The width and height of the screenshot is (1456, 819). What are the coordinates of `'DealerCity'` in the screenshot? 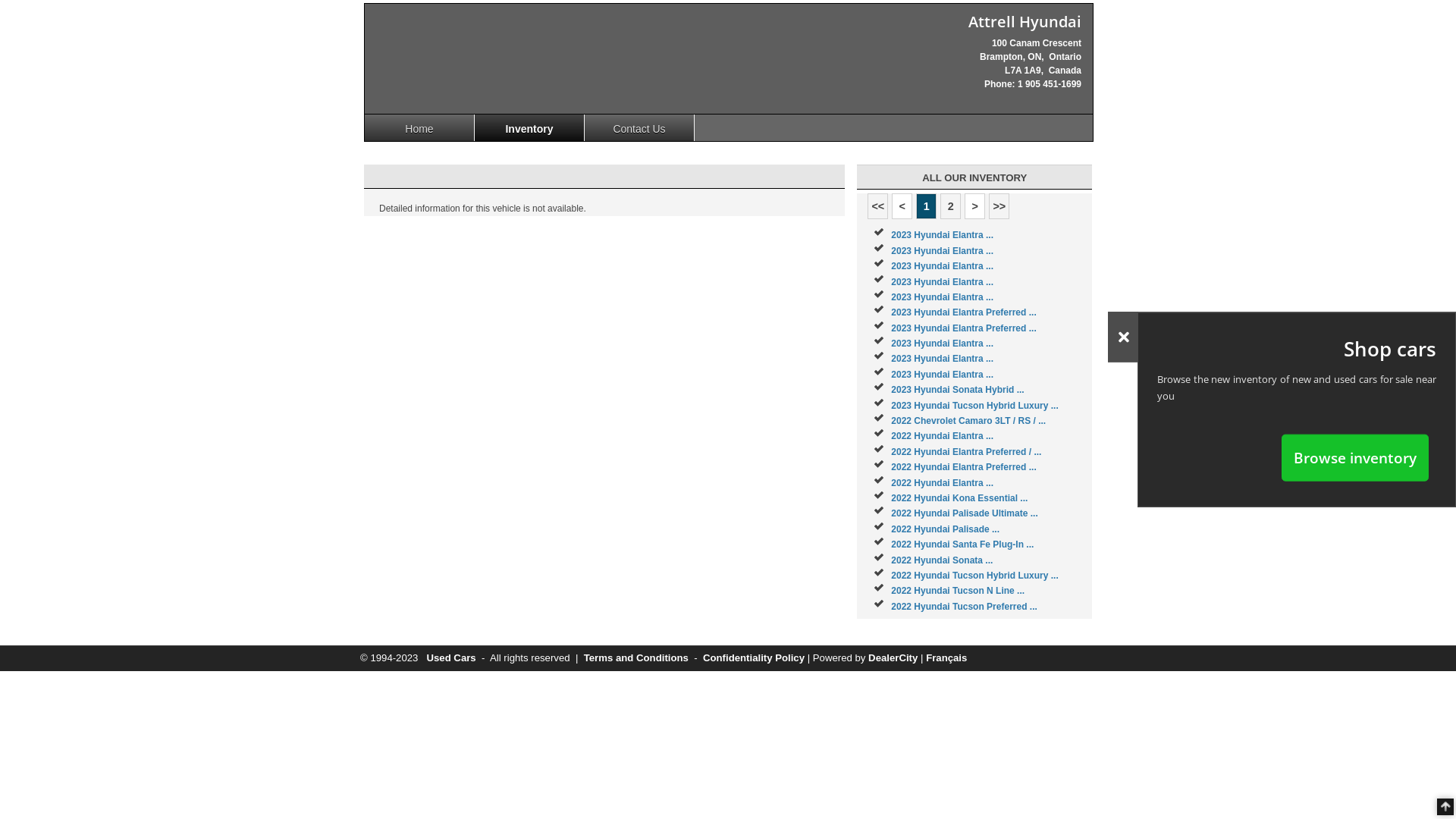 It's located at (893, 657).